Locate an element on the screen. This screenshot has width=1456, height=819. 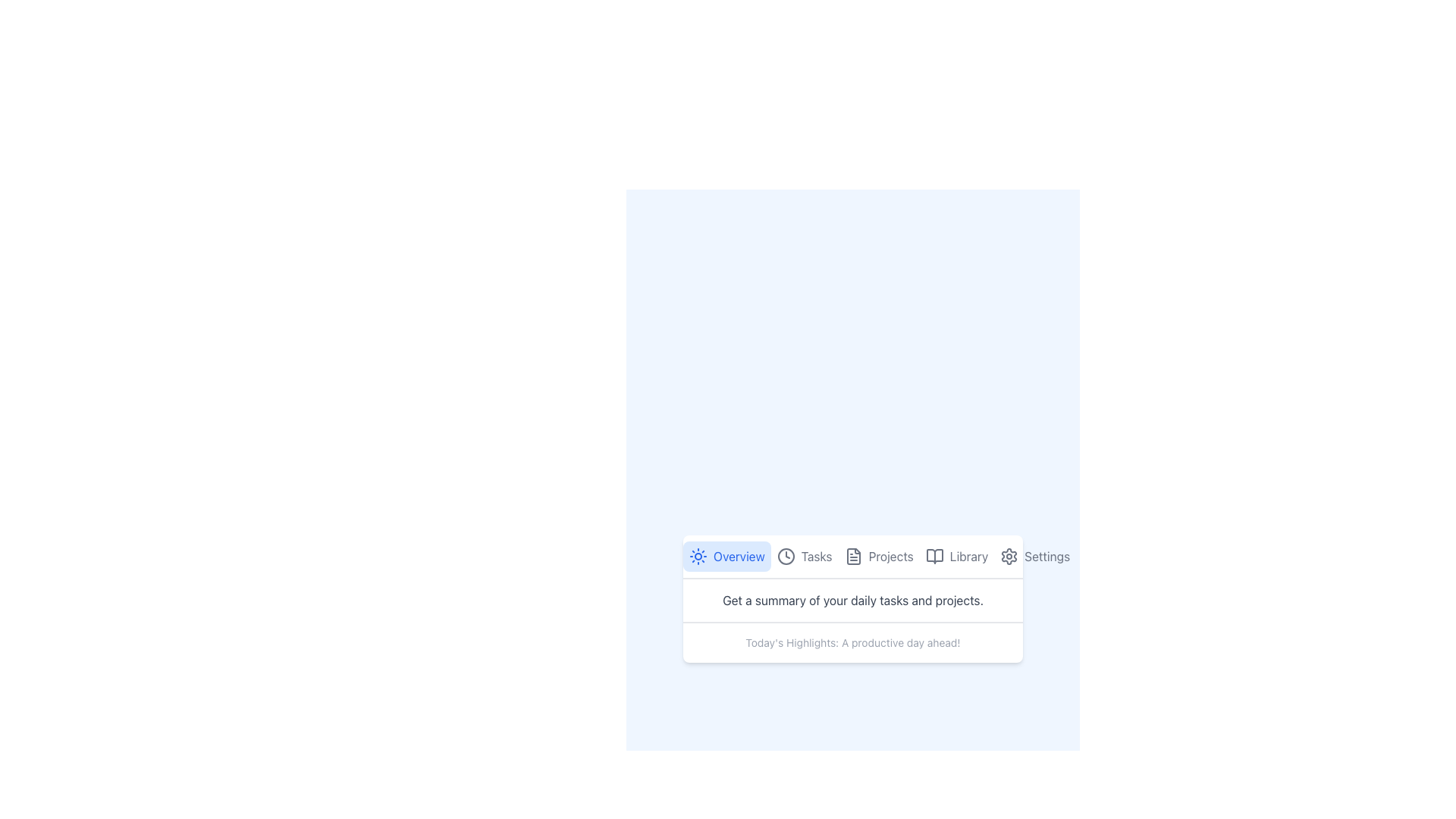
the grey button labeled 'Projects' with a document icon in the navigation bar is located at coordinates (878, 556).